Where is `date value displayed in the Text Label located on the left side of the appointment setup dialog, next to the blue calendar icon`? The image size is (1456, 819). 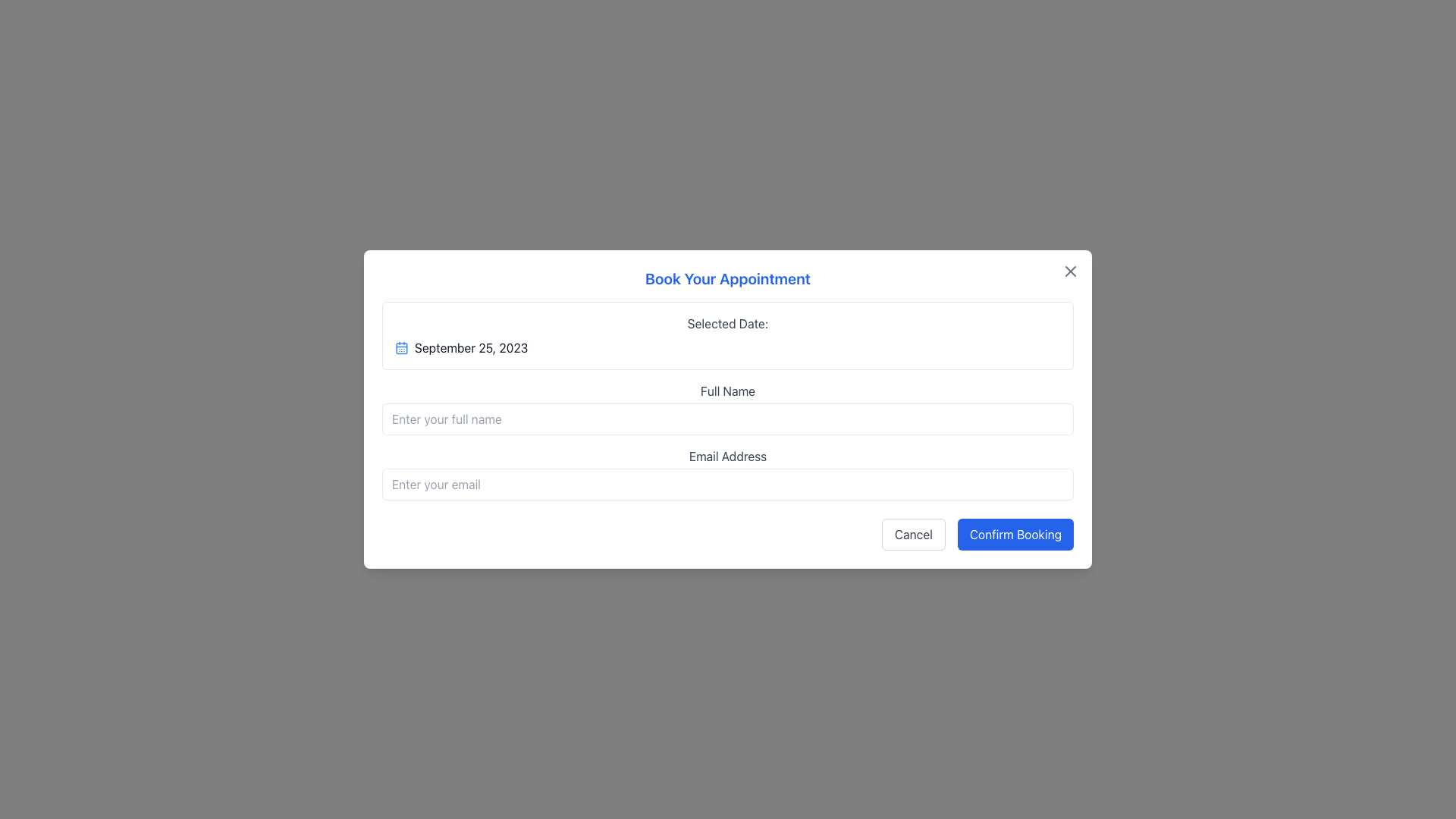 date value displayed in the Text Label located on the left side of the appointment setup dialog, next to the blue calendar icon is located at coordinates (470, 348).